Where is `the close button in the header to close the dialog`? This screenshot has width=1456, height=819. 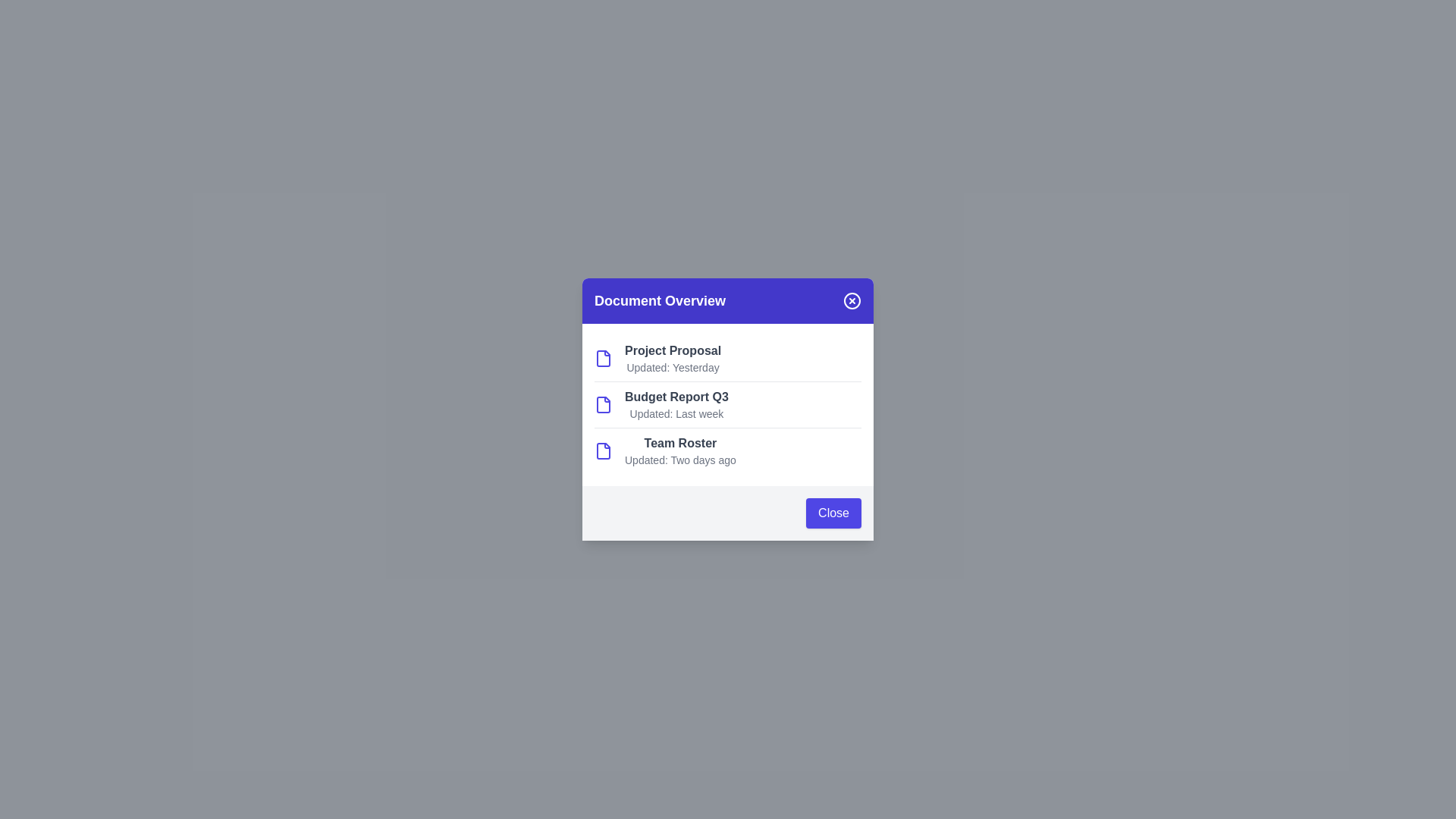 the close button in the header to close the dialog is located at coordinates (852, 301).